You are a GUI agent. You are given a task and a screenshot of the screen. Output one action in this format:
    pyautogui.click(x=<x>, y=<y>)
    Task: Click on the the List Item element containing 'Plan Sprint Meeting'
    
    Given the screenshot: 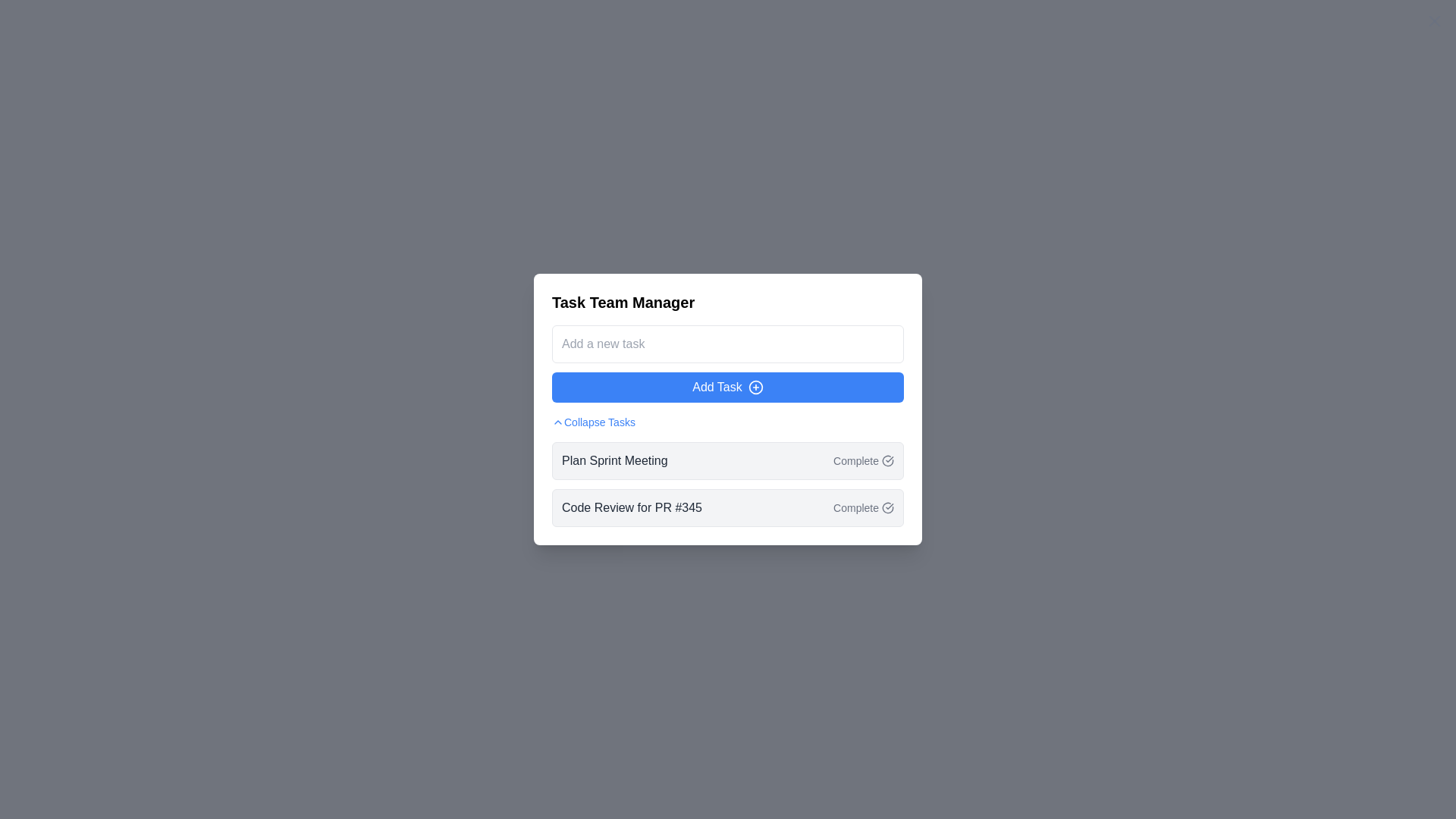 What is the action you would take?
    pyautogui.click(x=728, y=460)
    